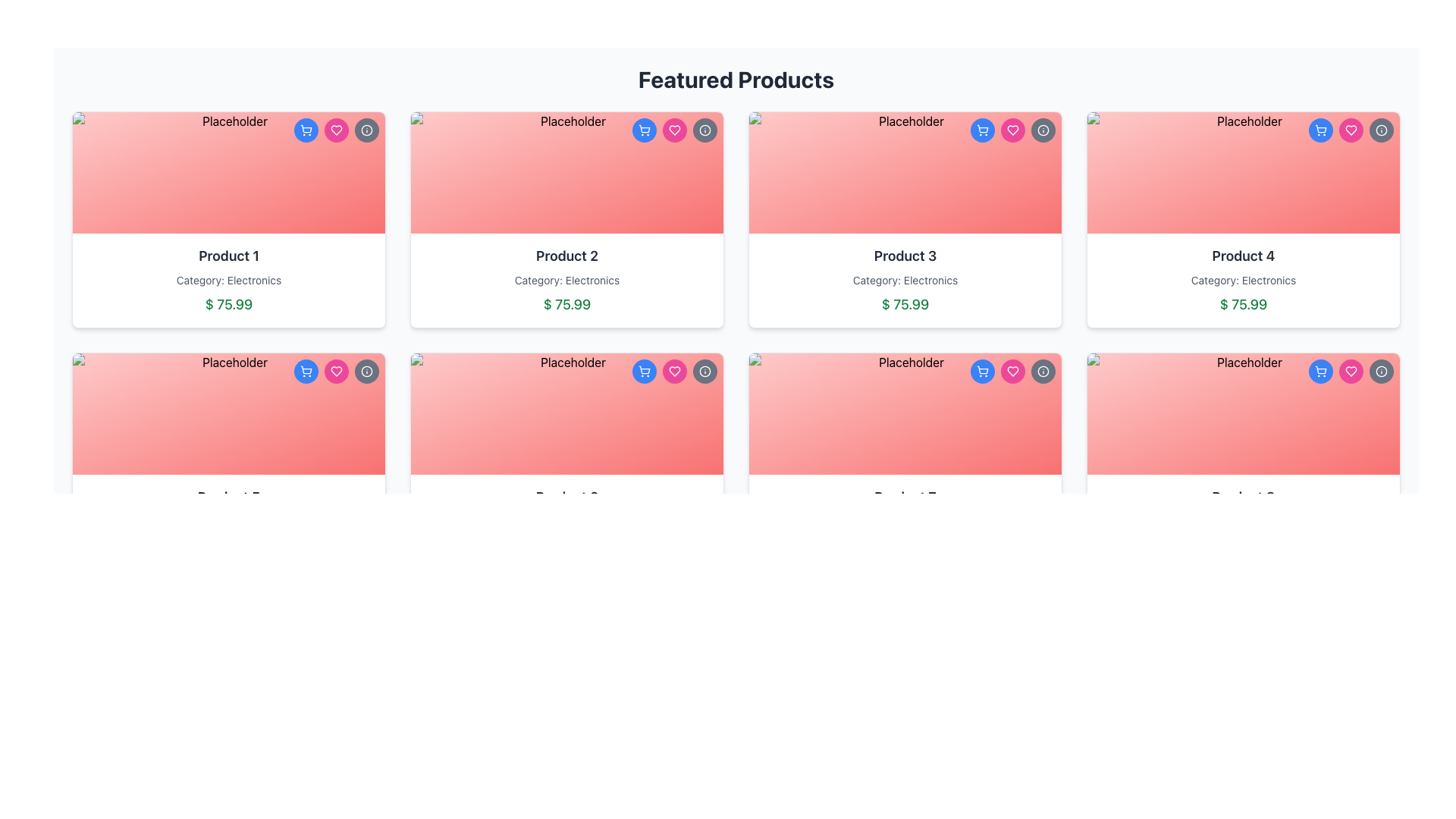  What do you see at coordinates (1382, 130) in the screenshot?
I see `the informational icon located in the top-right corner of the 'Product 4' card` at bounding box center [1382, 130].